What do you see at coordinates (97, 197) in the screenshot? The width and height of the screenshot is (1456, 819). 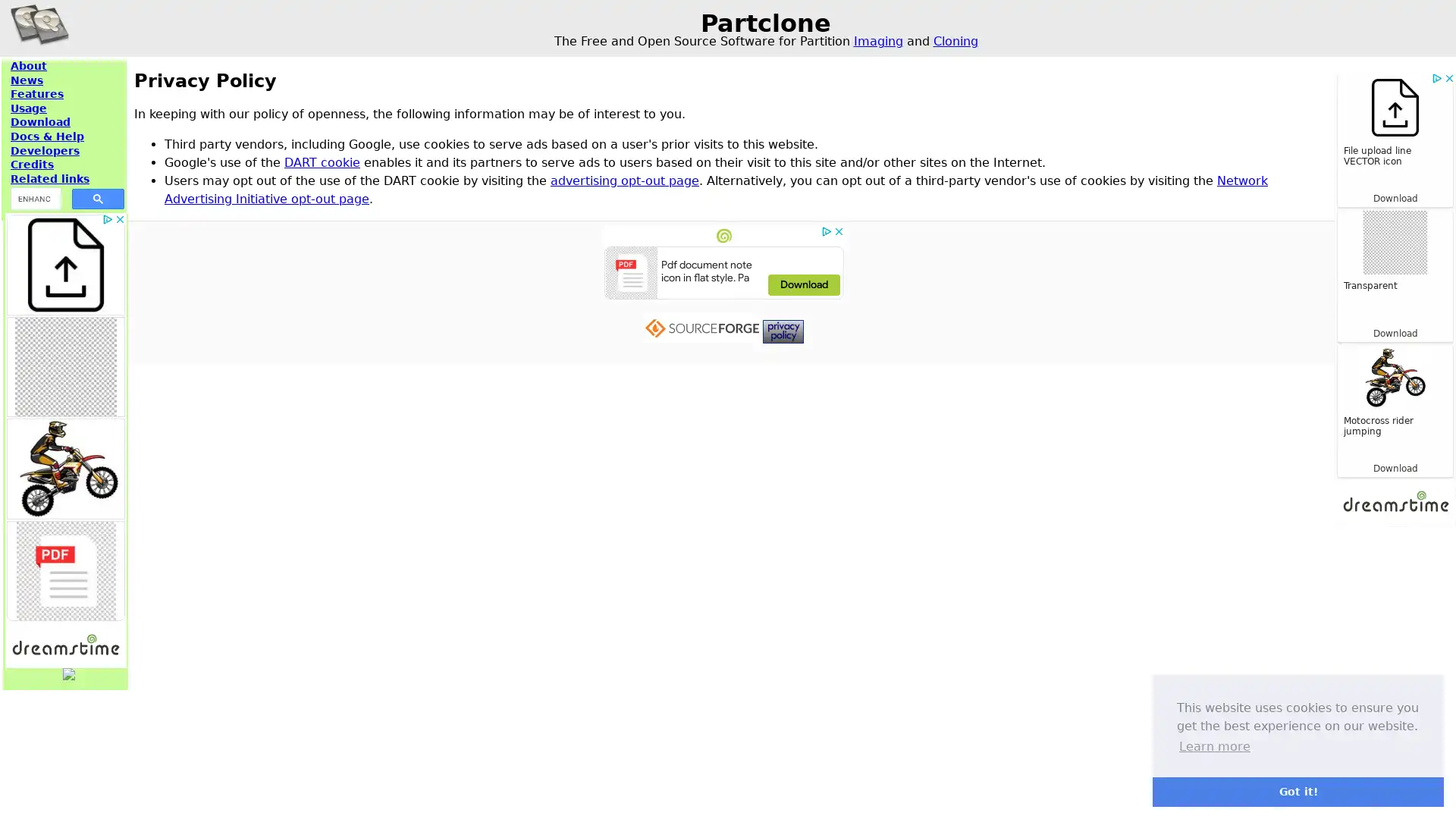 I see `search` at bounding box center [97, 197].